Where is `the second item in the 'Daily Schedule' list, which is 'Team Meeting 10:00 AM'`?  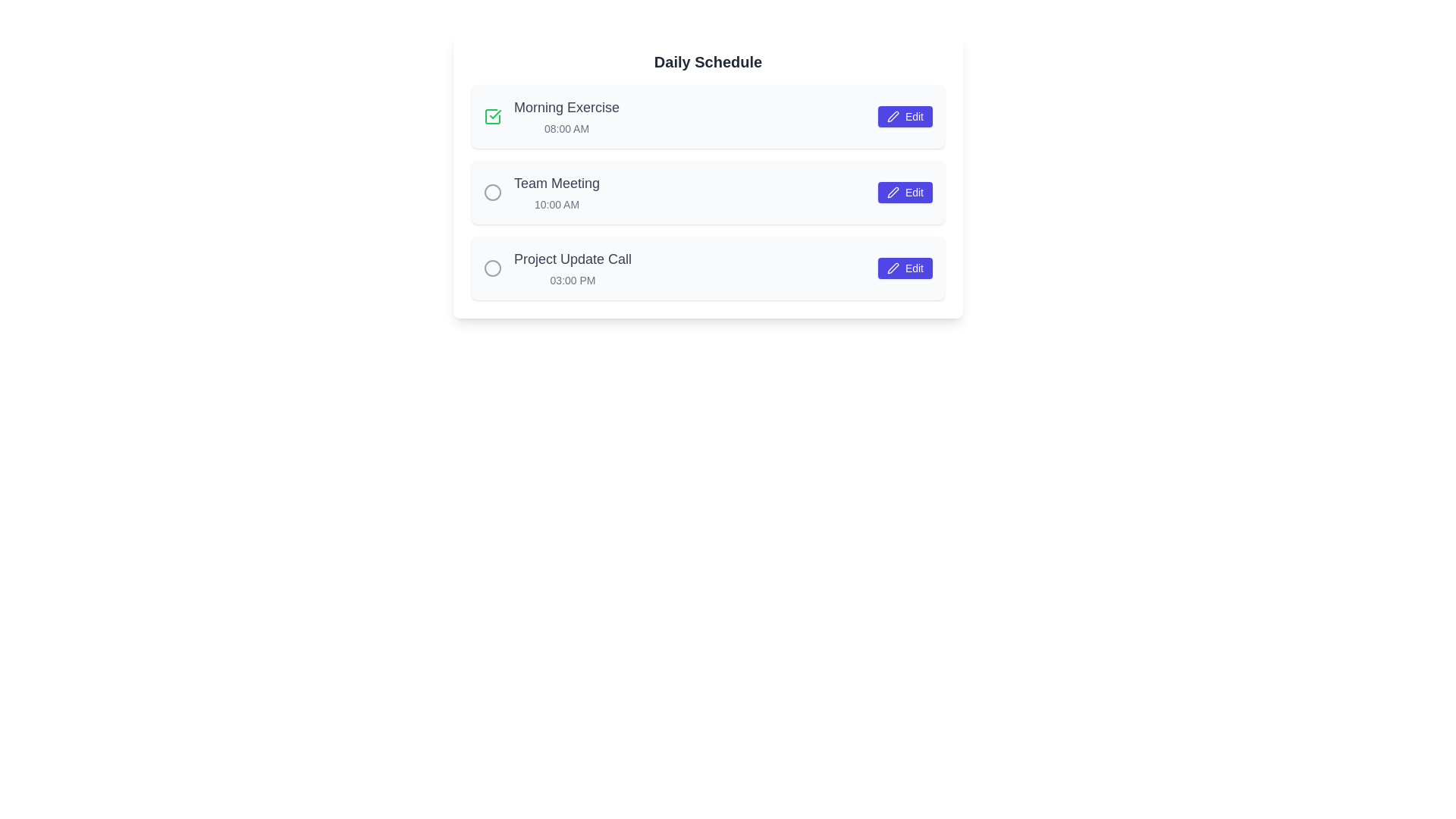
the second item in the 'Daily Schedule' list, which is 'Team Meeting 10:00 AM' is located at coordinates (708, 192).